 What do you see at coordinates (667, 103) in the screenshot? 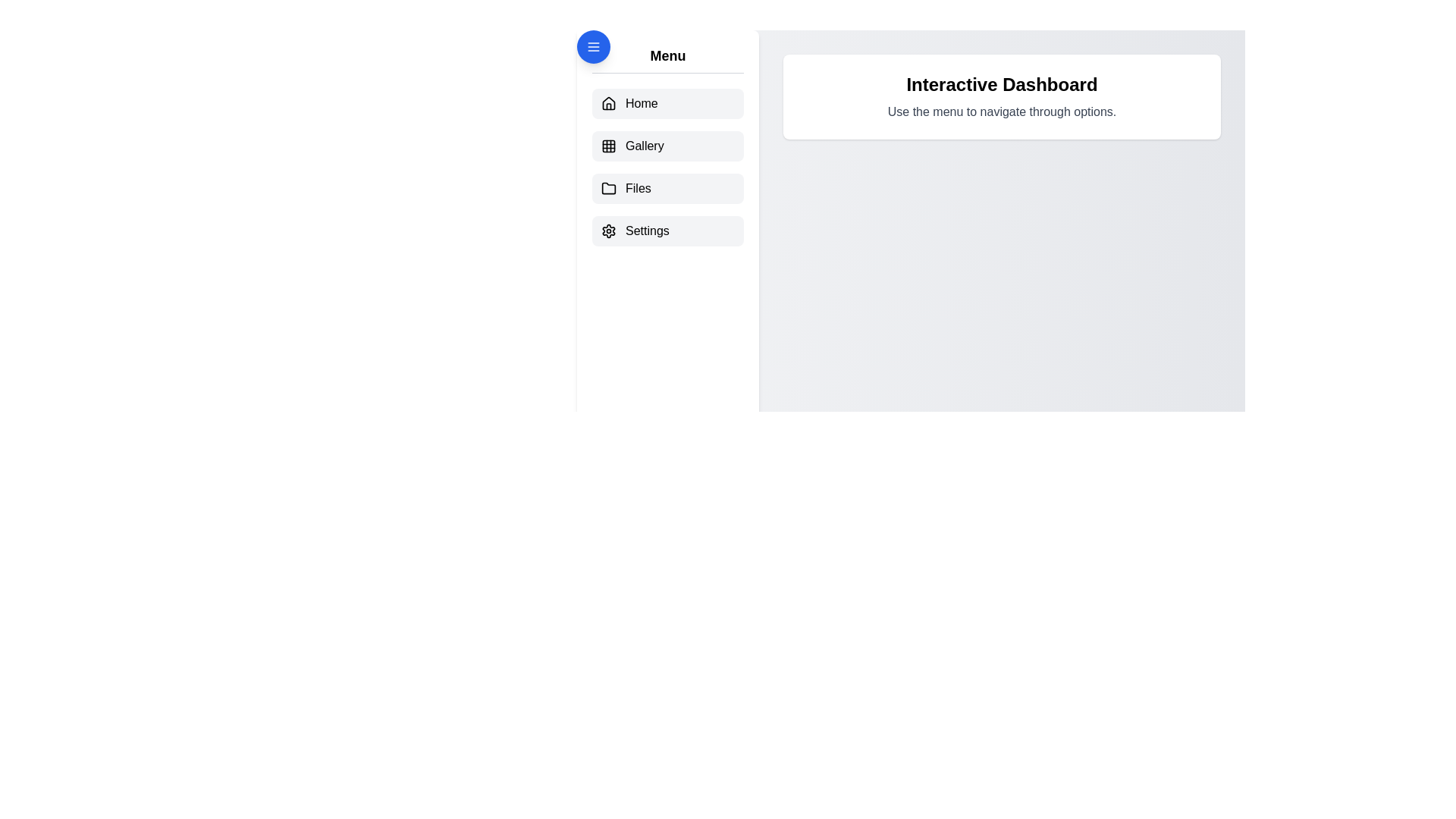
I see `the menu item labeled Home` at bounding box center [667, 103].